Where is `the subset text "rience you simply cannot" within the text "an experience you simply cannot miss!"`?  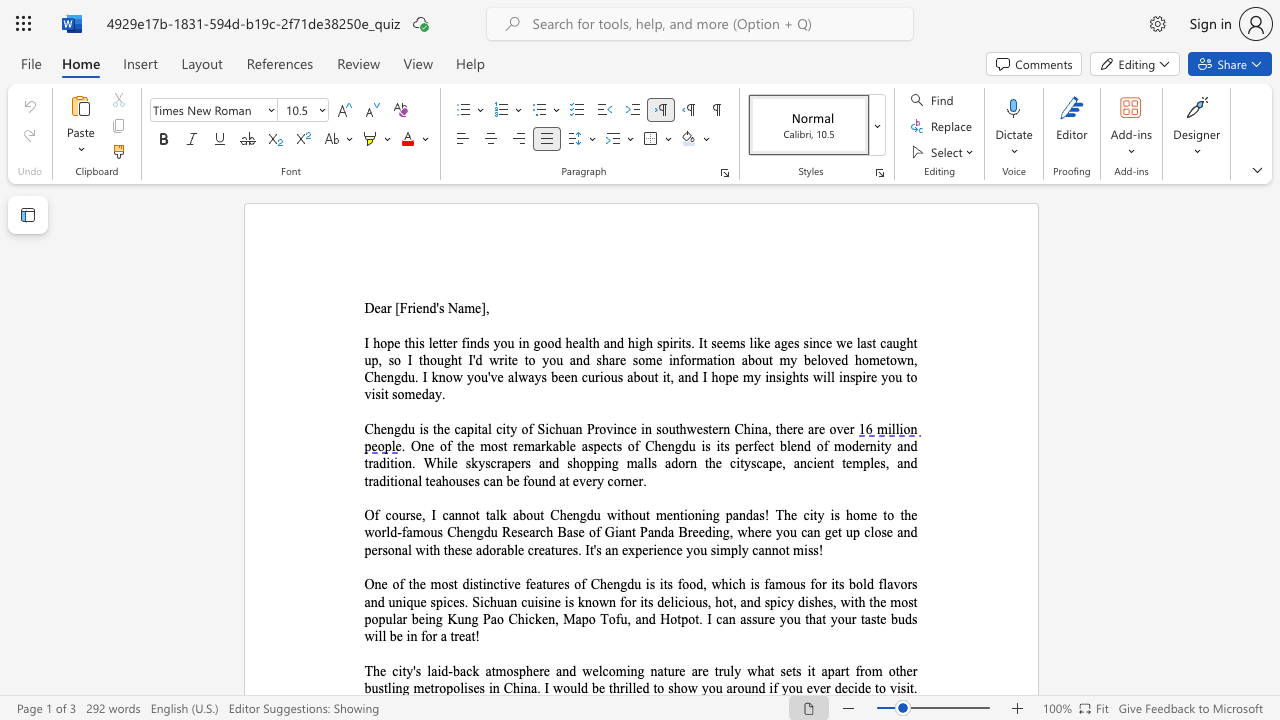
the subset text "rience you simply cannot" within the text "an experience you simply cannot miss!" is located at coordinates (648, 550).